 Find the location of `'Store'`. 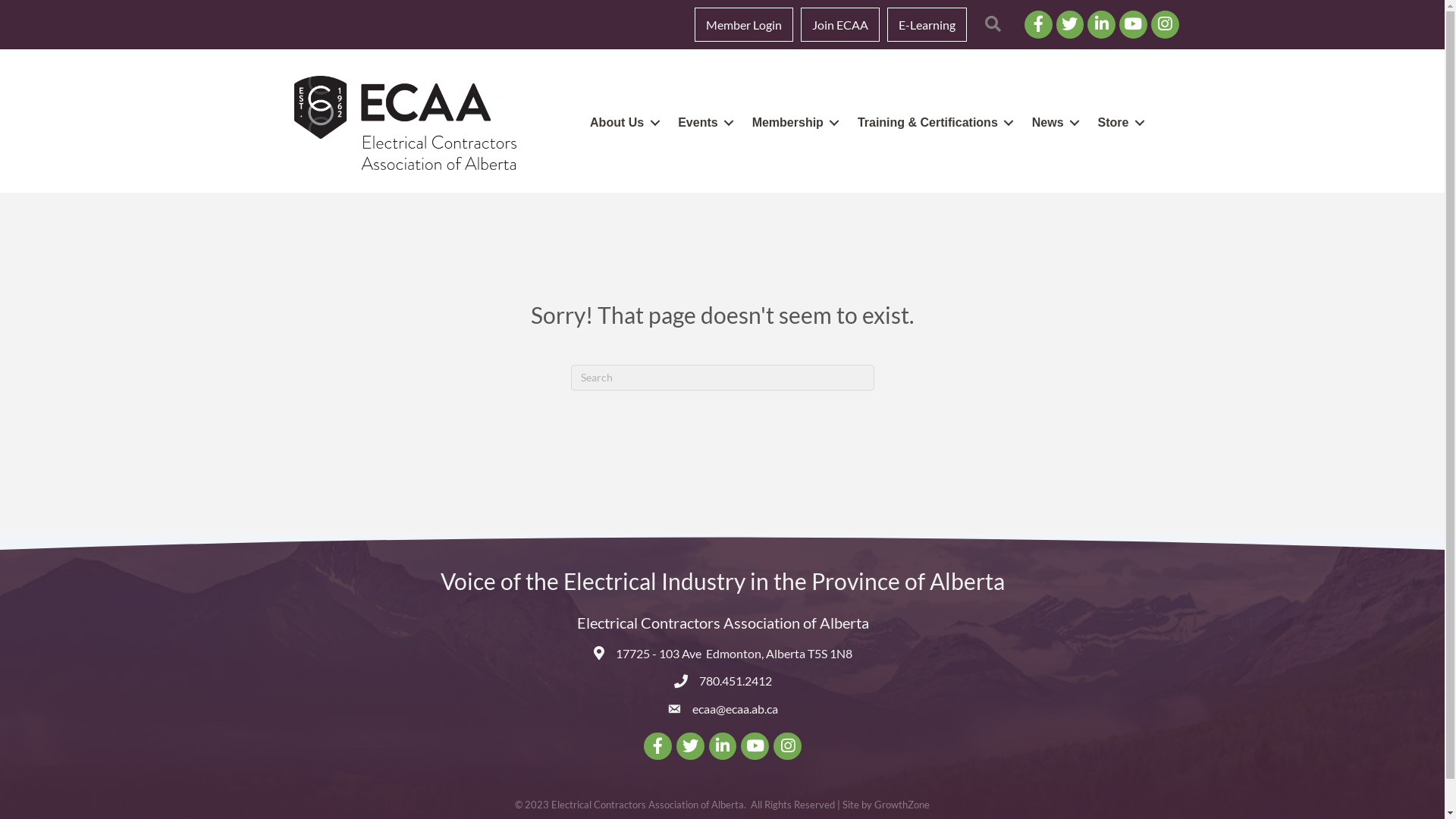

'Store' is located at coordinates (1119, 121).